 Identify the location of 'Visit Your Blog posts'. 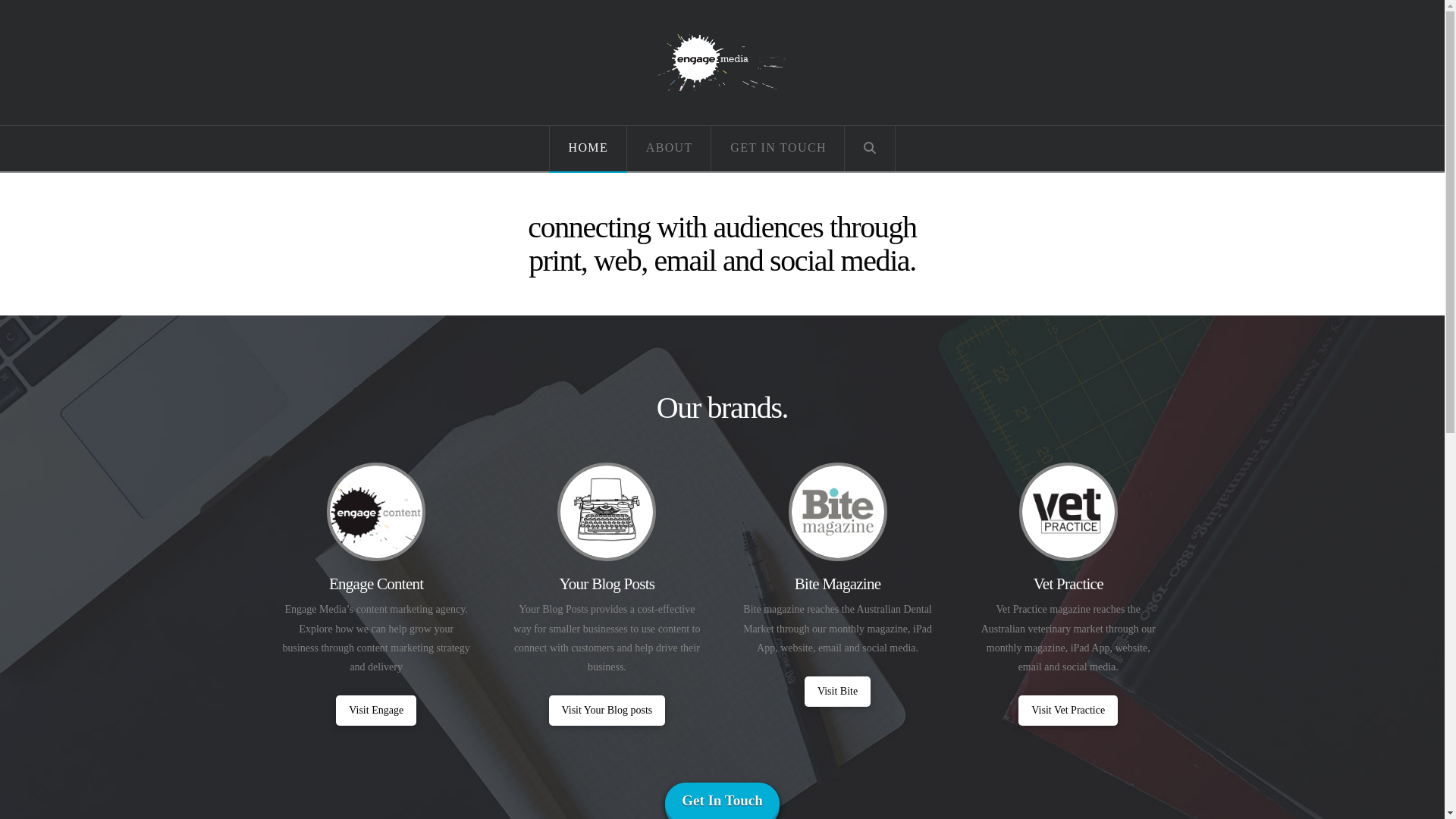
(548, 711).